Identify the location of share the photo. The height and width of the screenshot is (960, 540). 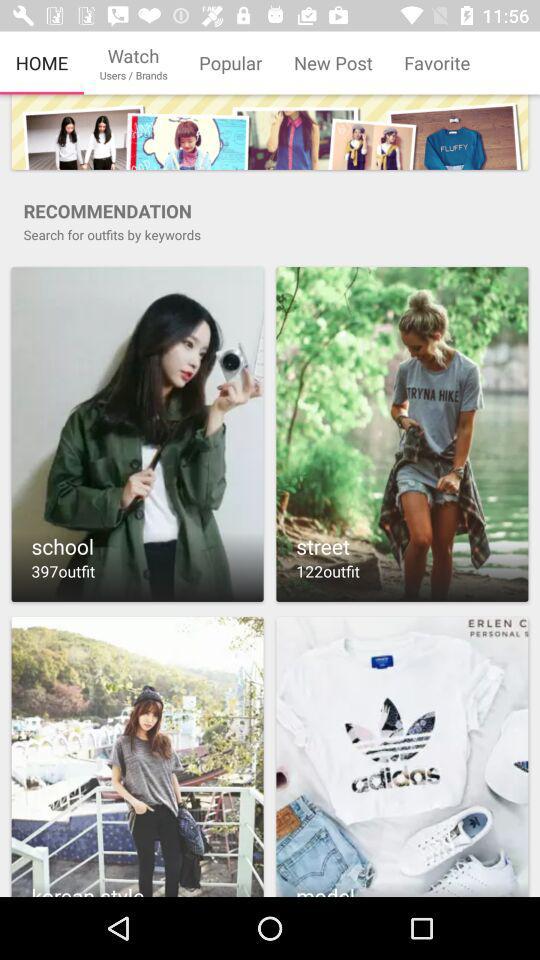
(136, 755).